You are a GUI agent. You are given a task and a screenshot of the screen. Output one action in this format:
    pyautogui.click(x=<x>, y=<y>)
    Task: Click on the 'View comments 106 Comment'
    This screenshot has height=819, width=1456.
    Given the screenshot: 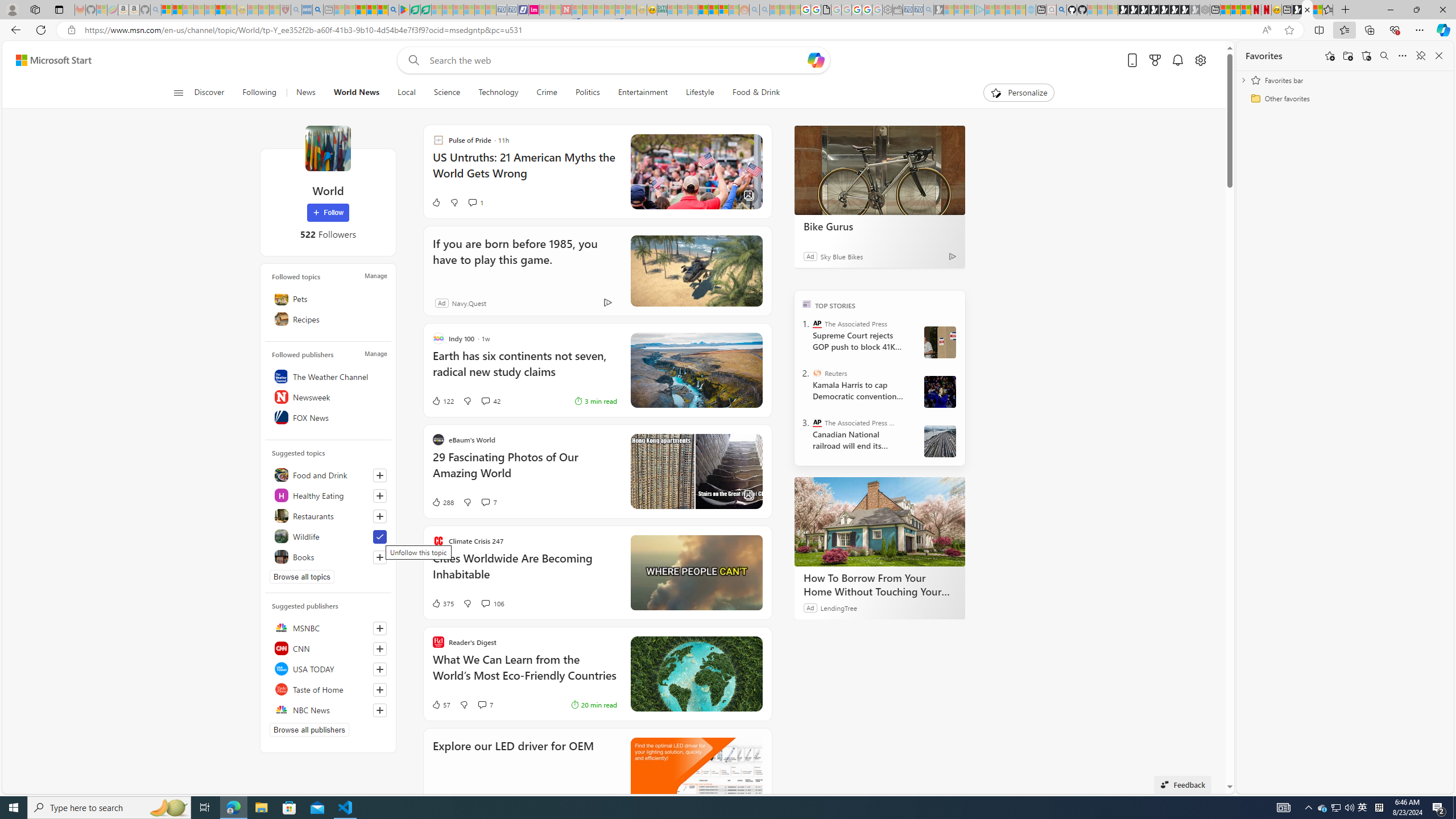 What is the action you would take?
    pyautogui.click(x=492, y=603)
    